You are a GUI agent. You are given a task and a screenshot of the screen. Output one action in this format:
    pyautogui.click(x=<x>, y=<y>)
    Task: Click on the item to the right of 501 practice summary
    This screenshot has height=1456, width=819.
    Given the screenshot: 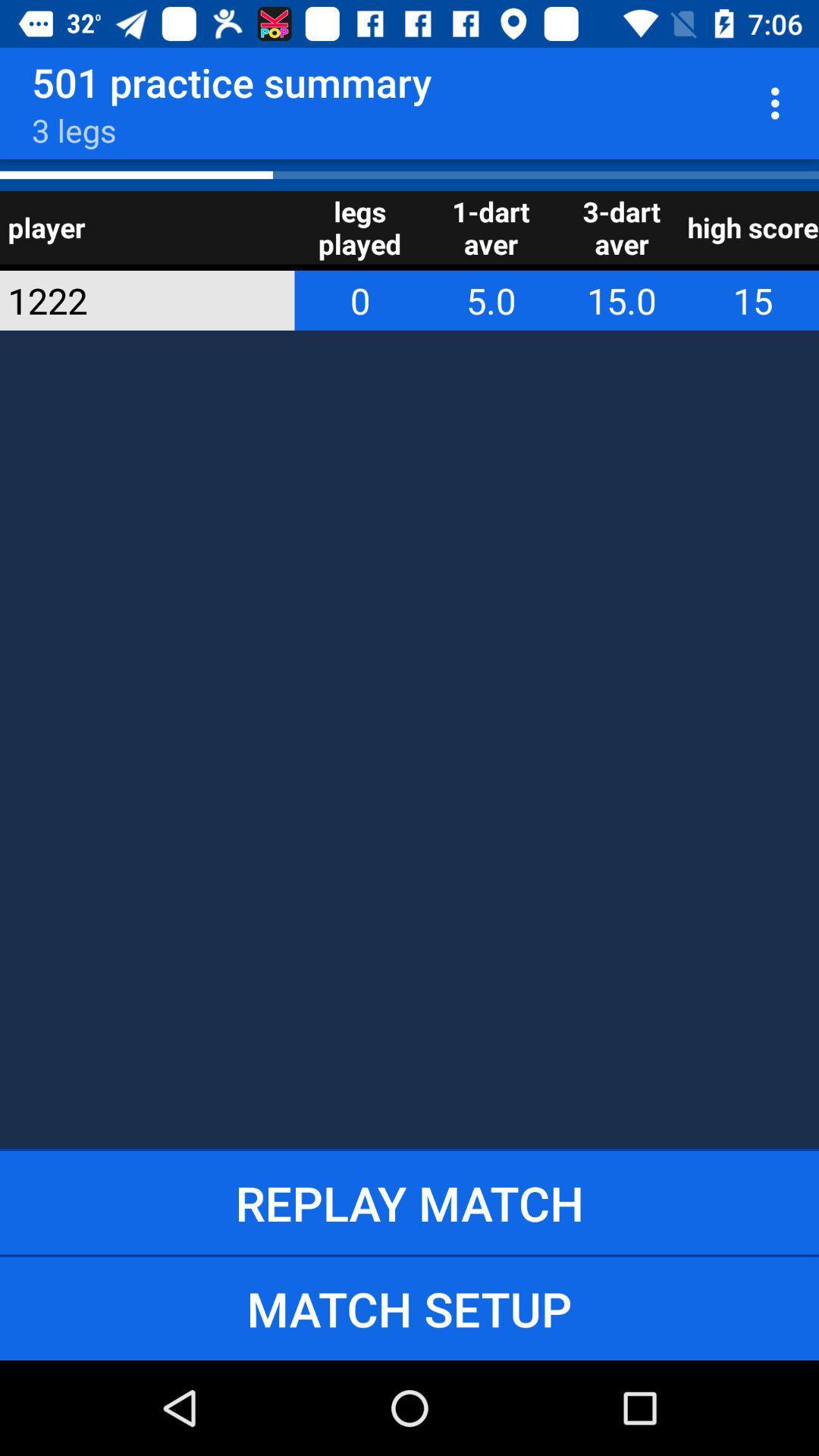 What is the action you would take?
    pyautogui.click(x=779, y=102)
    